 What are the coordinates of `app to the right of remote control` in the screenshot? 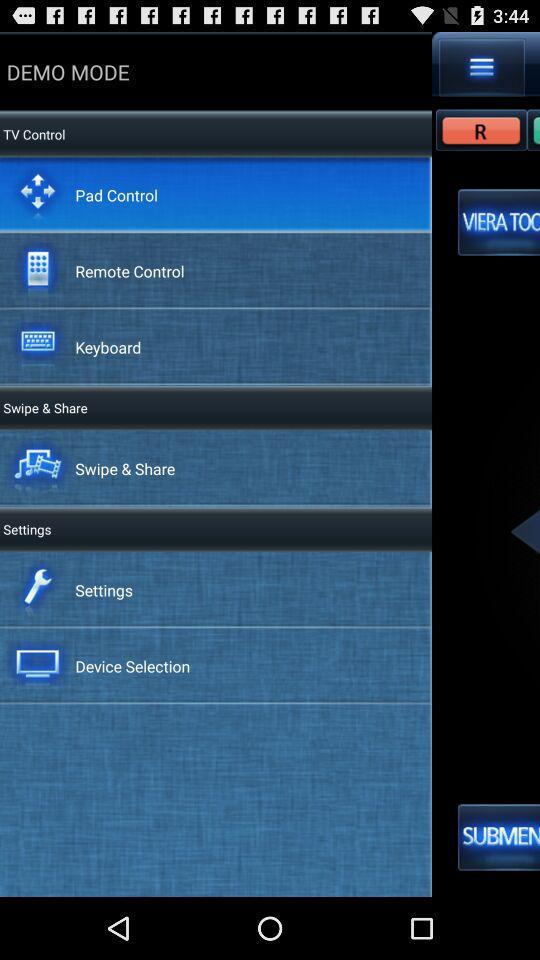 It's located at (498, 222).